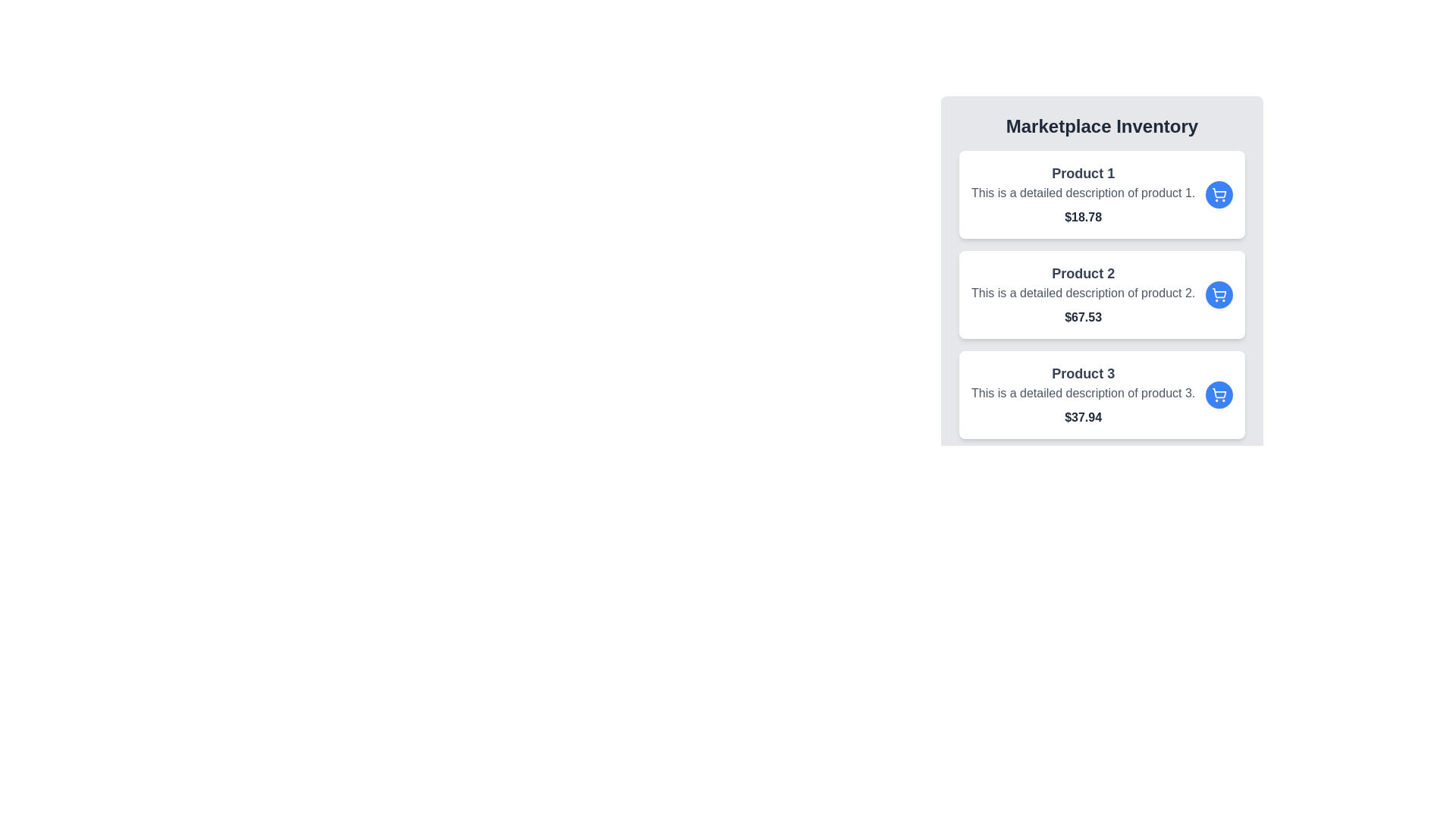 This screenshot has height=819, width=1456. Describe the element at coordinates (1219, 394) in the screenshot. I see `the circular blue button with a white shopping cart icon` at that location.